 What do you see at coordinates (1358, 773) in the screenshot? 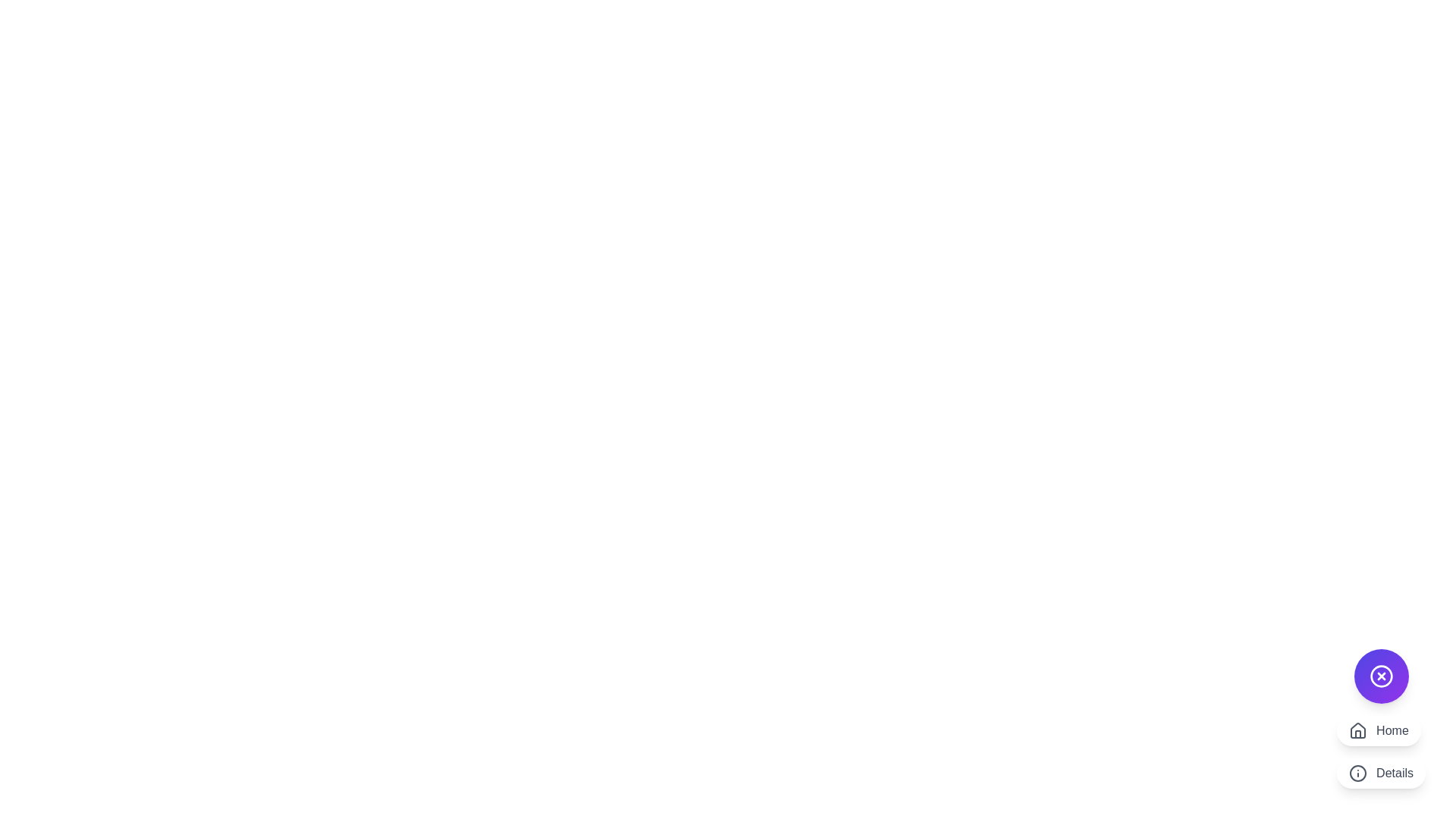
I see `the SVG circle graphic that is part of an informational or action-related icon, located near the bottom-right corner of the interface adjacent to 'Home' and 'Details'` at bounding box center [1358, 773].